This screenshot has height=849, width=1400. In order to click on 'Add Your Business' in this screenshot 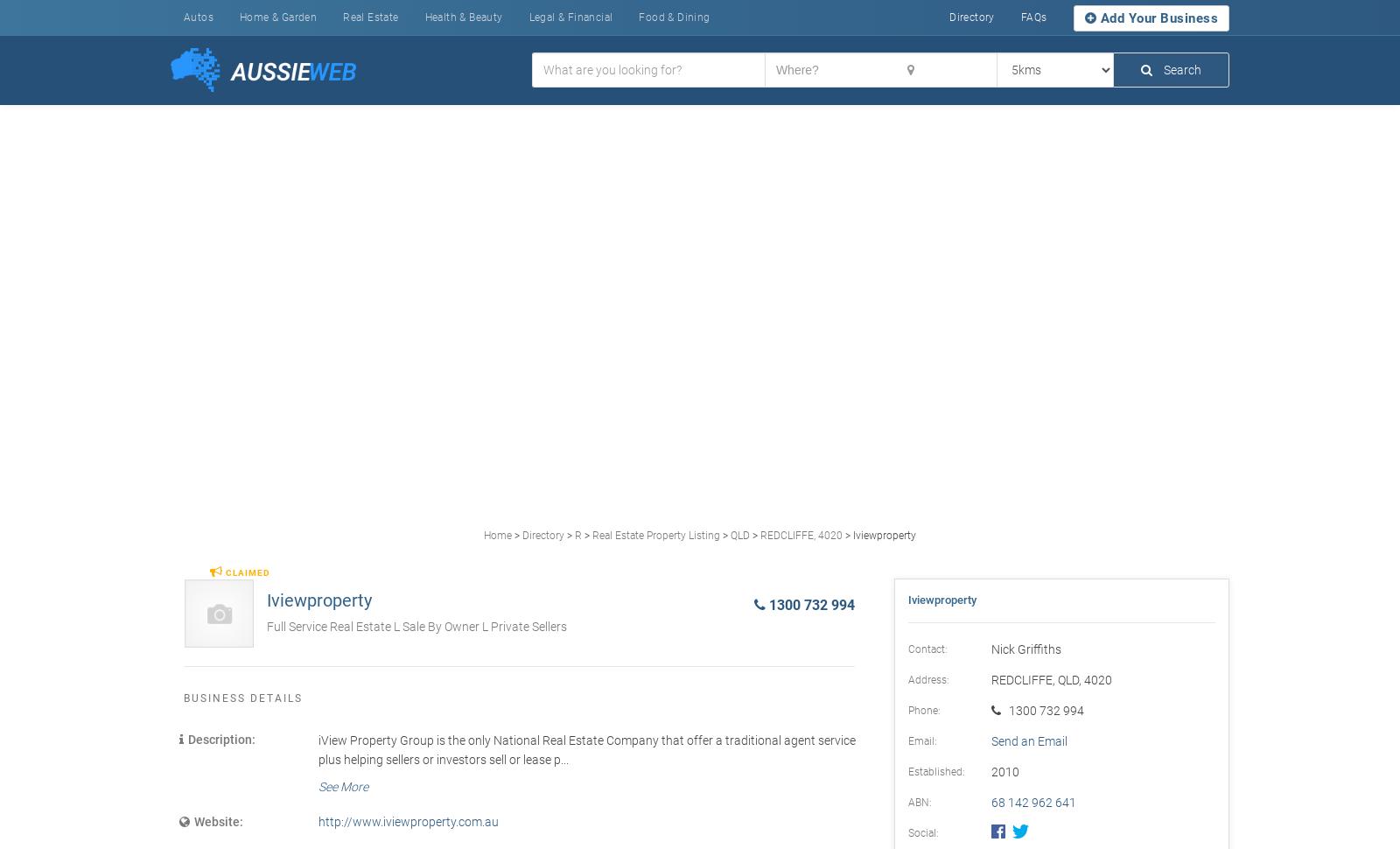, I will do `click(1156, 18)`.